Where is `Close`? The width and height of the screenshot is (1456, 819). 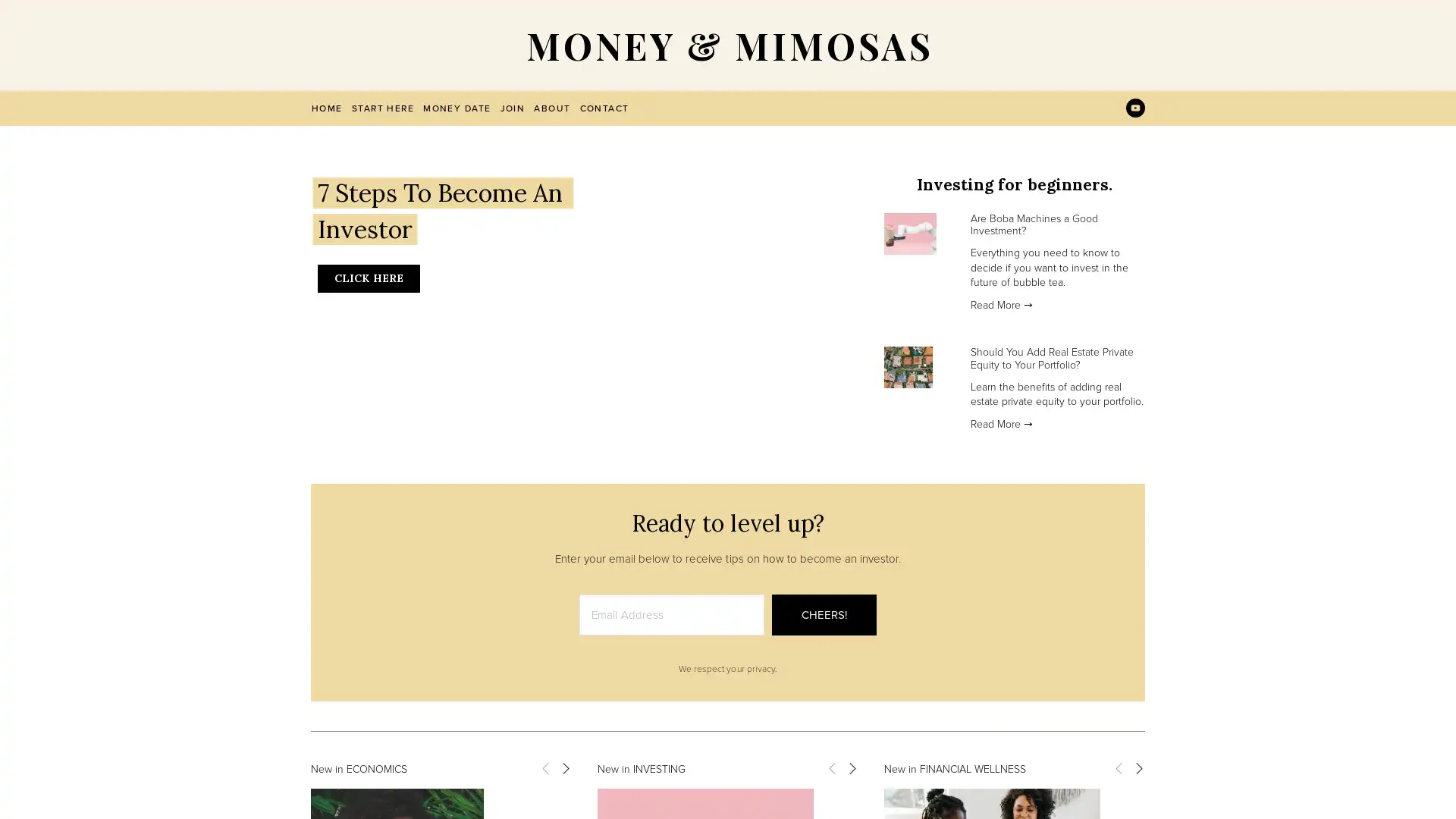 Close is located at coordinates (994, 222).